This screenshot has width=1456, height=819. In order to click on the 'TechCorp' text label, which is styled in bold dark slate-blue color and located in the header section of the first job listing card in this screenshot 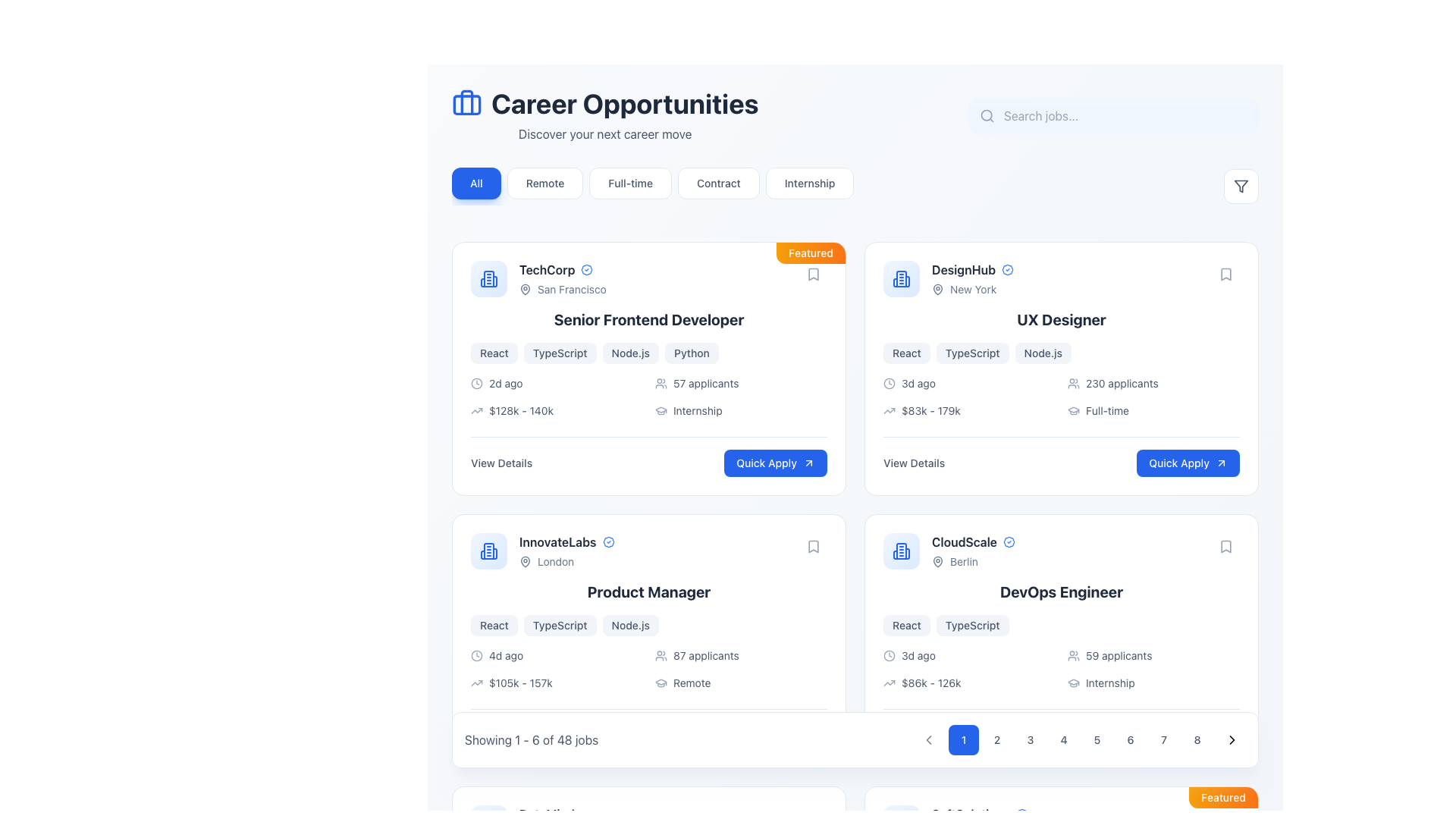, I will do `click(546, 268)`.